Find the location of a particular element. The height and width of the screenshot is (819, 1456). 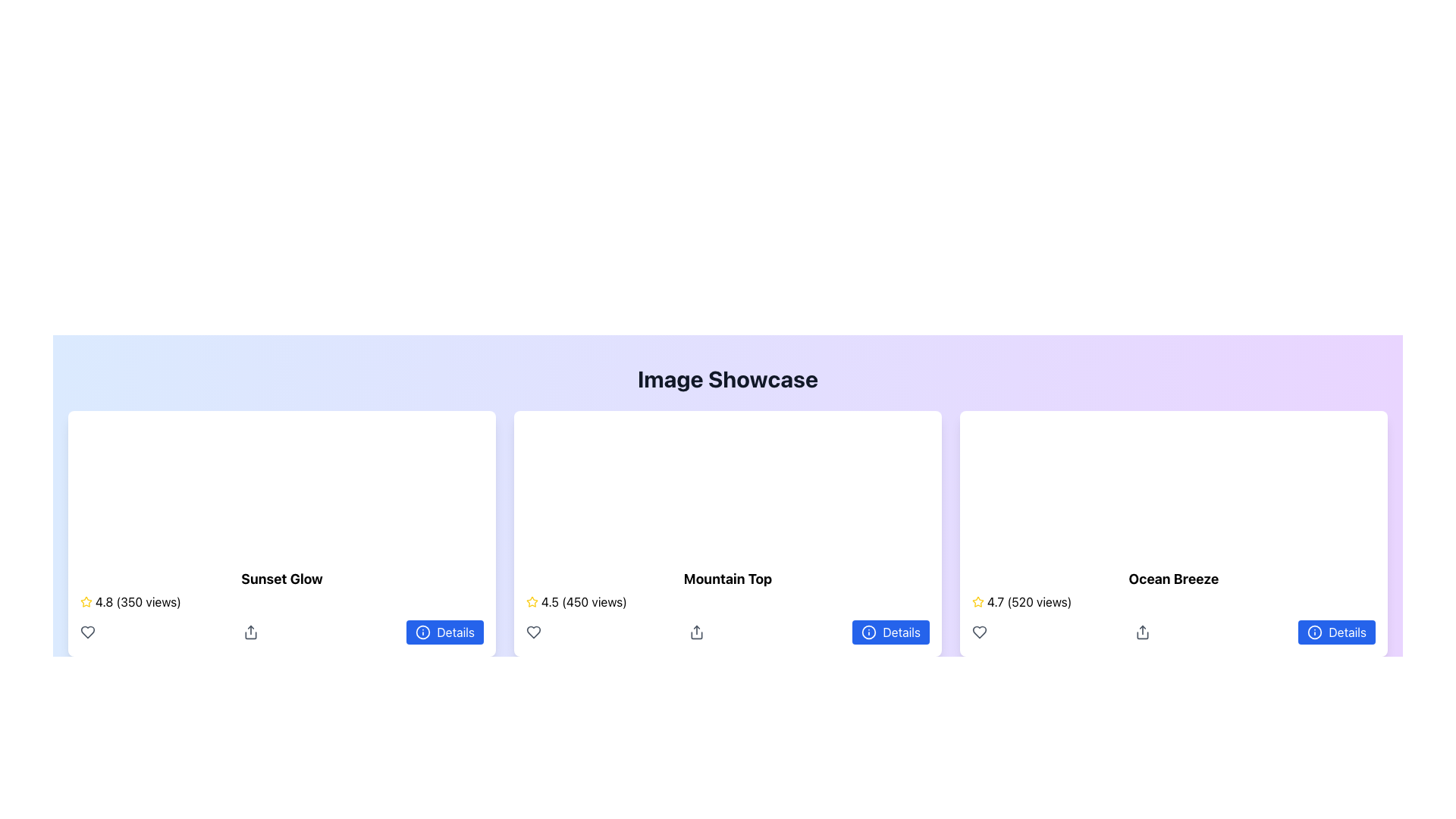

text displayed in the Text Display element that shows the rating and total number of views for 'Mountain Top', located under the heading 'Mountain Top' and to the right of the yellow star icon is located at coordinates (583, 601).